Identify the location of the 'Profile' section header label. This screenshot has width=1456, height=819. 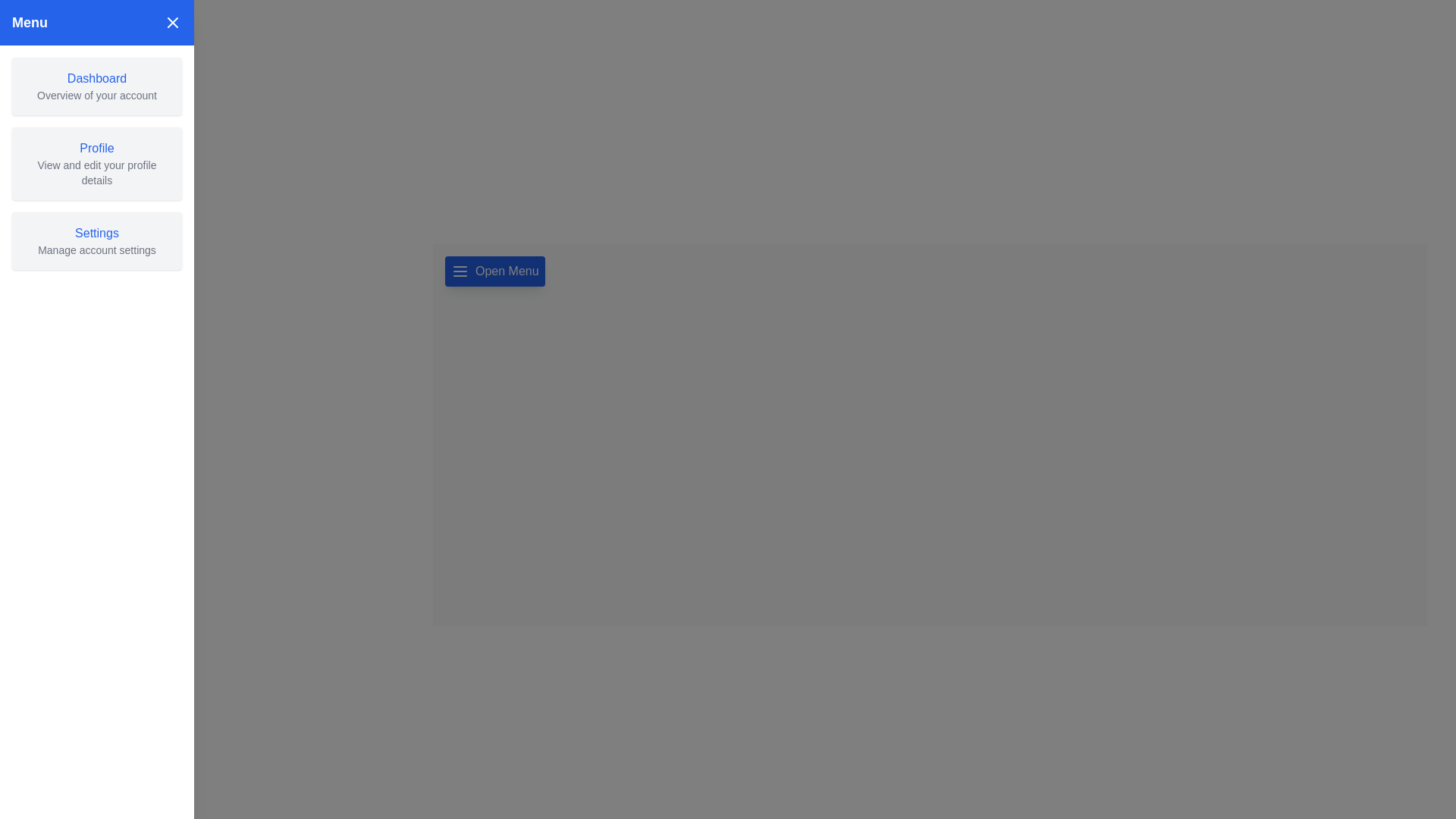
(96, 149).